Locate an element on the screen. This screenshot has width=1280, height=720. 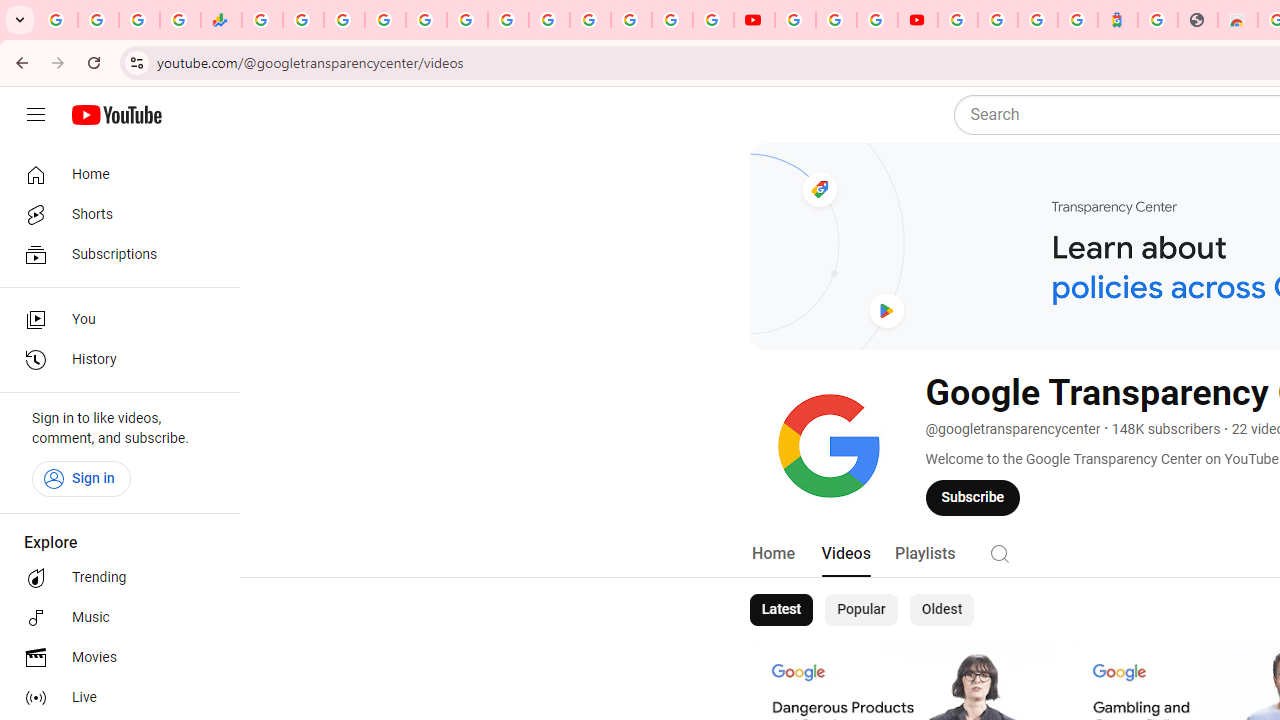
'Latest' is located at coordinates (779, 608).